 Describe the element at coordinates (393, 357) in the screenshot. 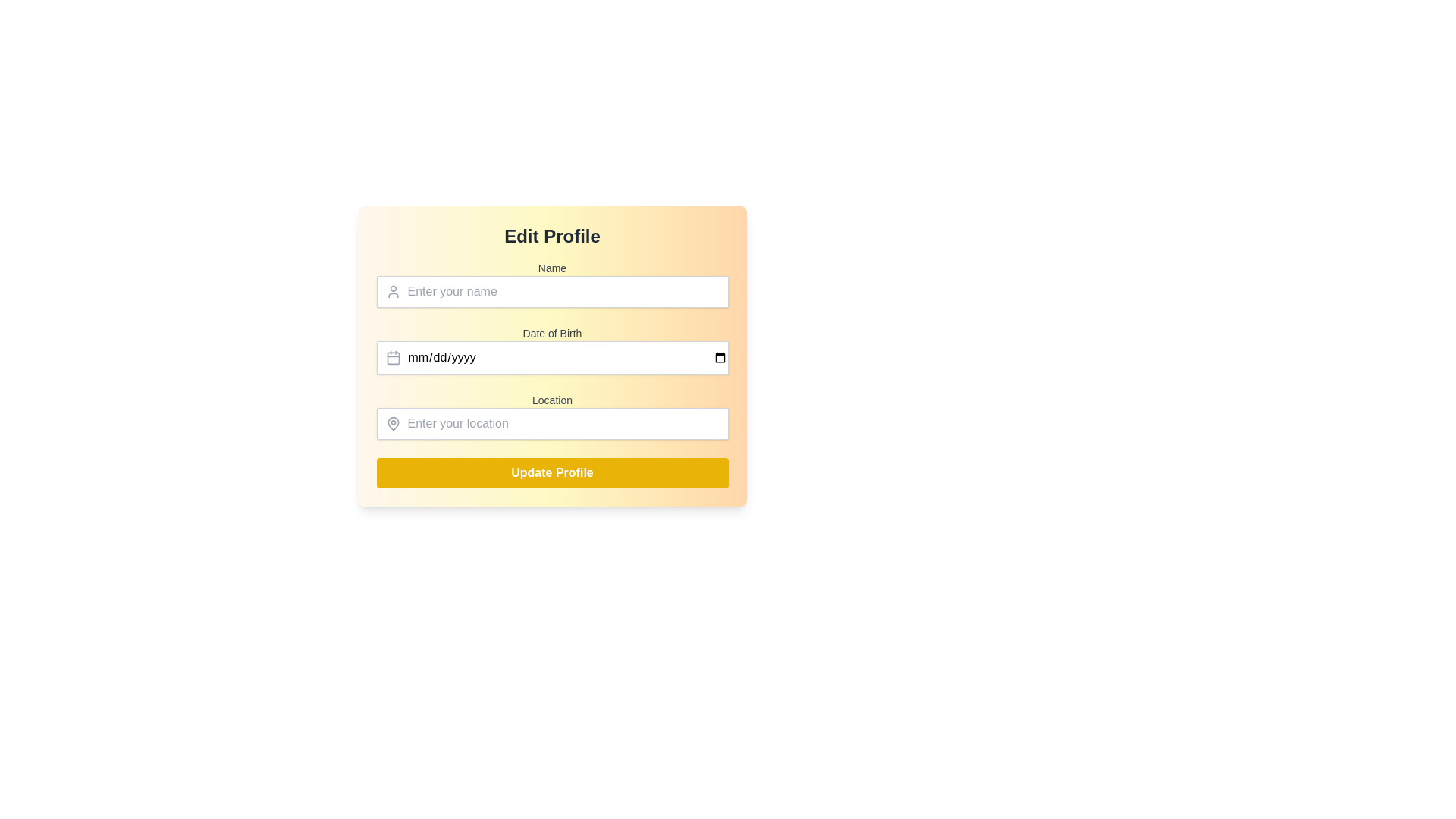

I see `the calendar icon located to the left of the 'Date of Birth' input field` at that location.